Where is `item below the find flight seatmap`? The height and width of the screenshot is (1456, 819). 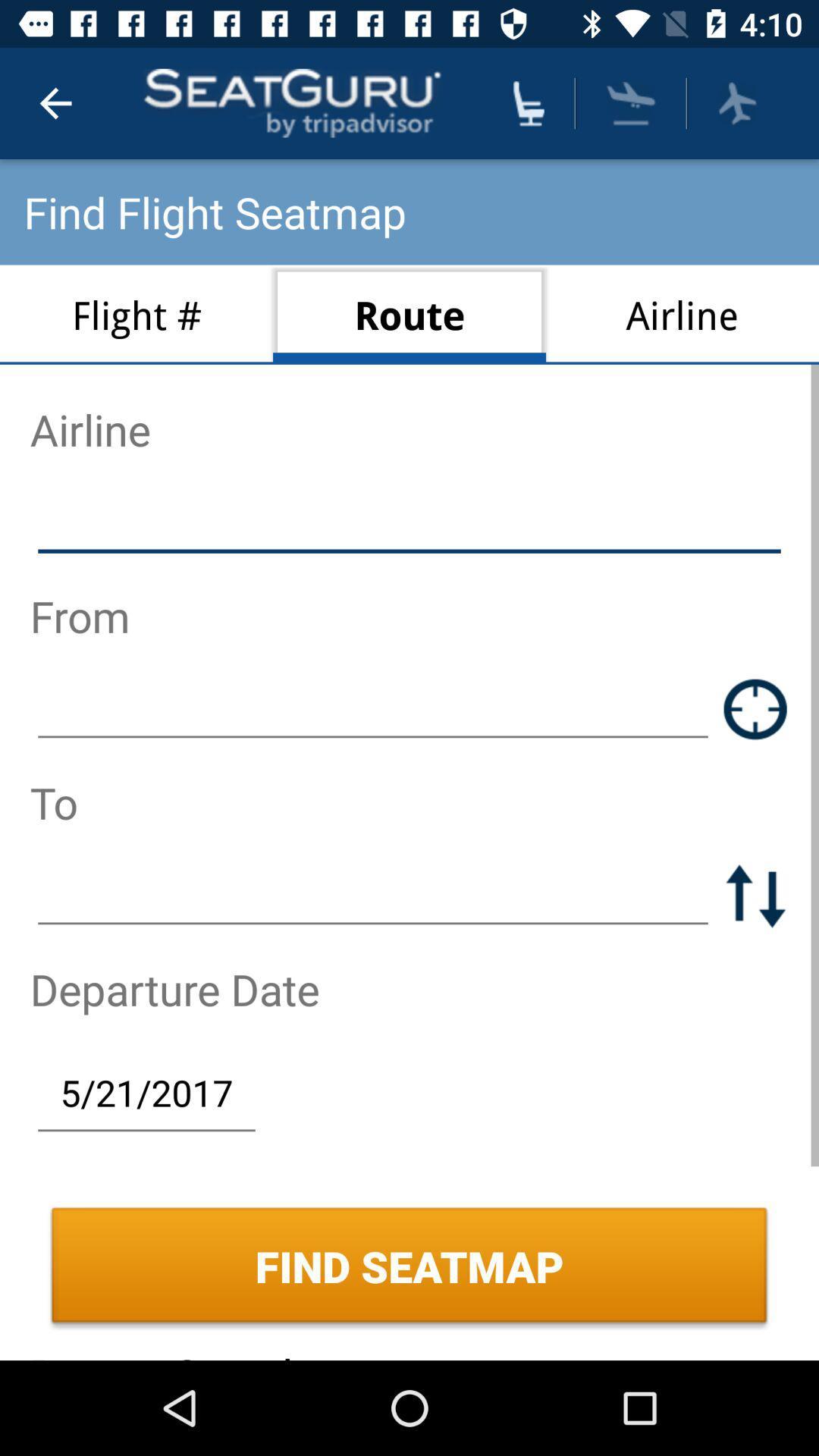 item below the find flight seatmap is located at coordinates (409, 314).